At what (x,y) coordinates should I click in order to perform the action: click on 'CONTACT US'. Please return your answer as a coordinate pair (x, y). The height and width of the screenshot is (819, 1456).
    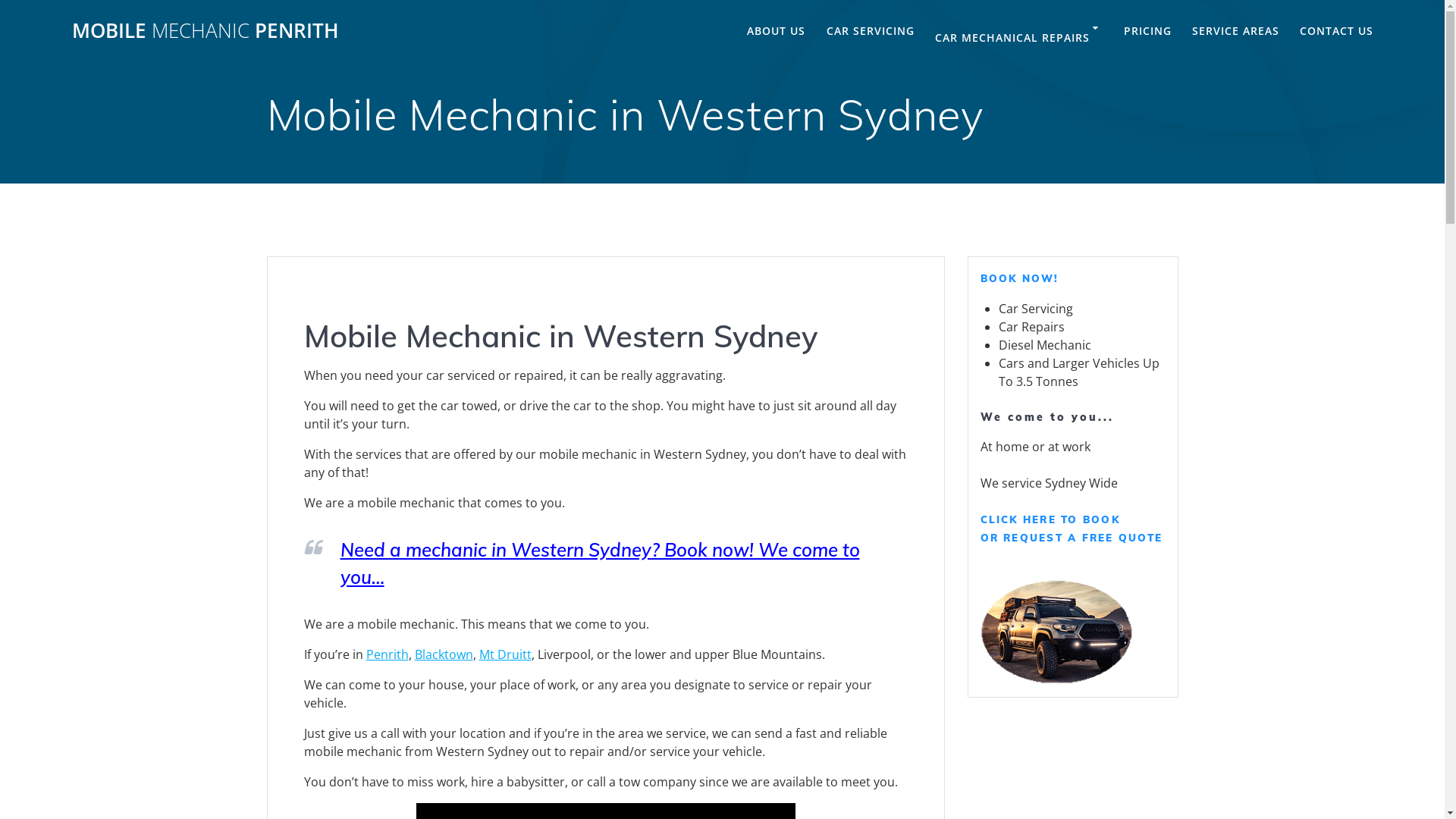
    Looking at the image, I should click on (1336, 31).